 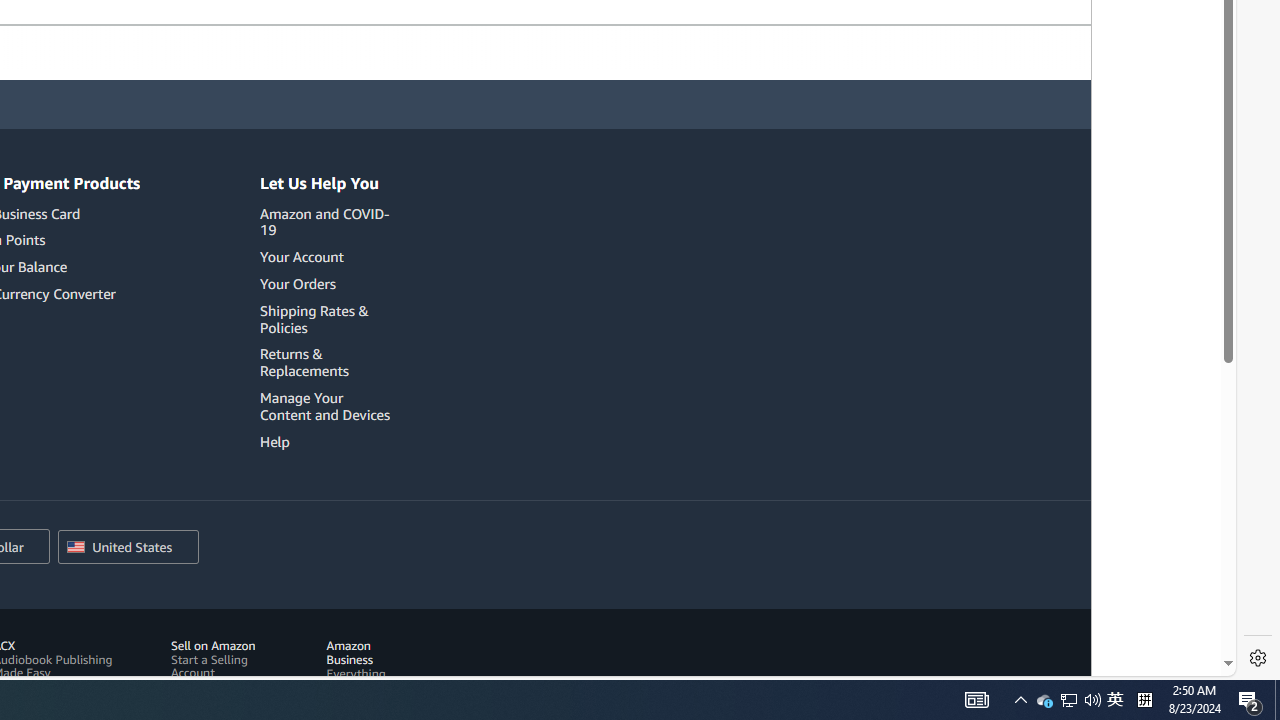 What do you see at coordinates (301, 256) in the screenshot?
I see `'Your Account'` at bounding box center [301, 256].